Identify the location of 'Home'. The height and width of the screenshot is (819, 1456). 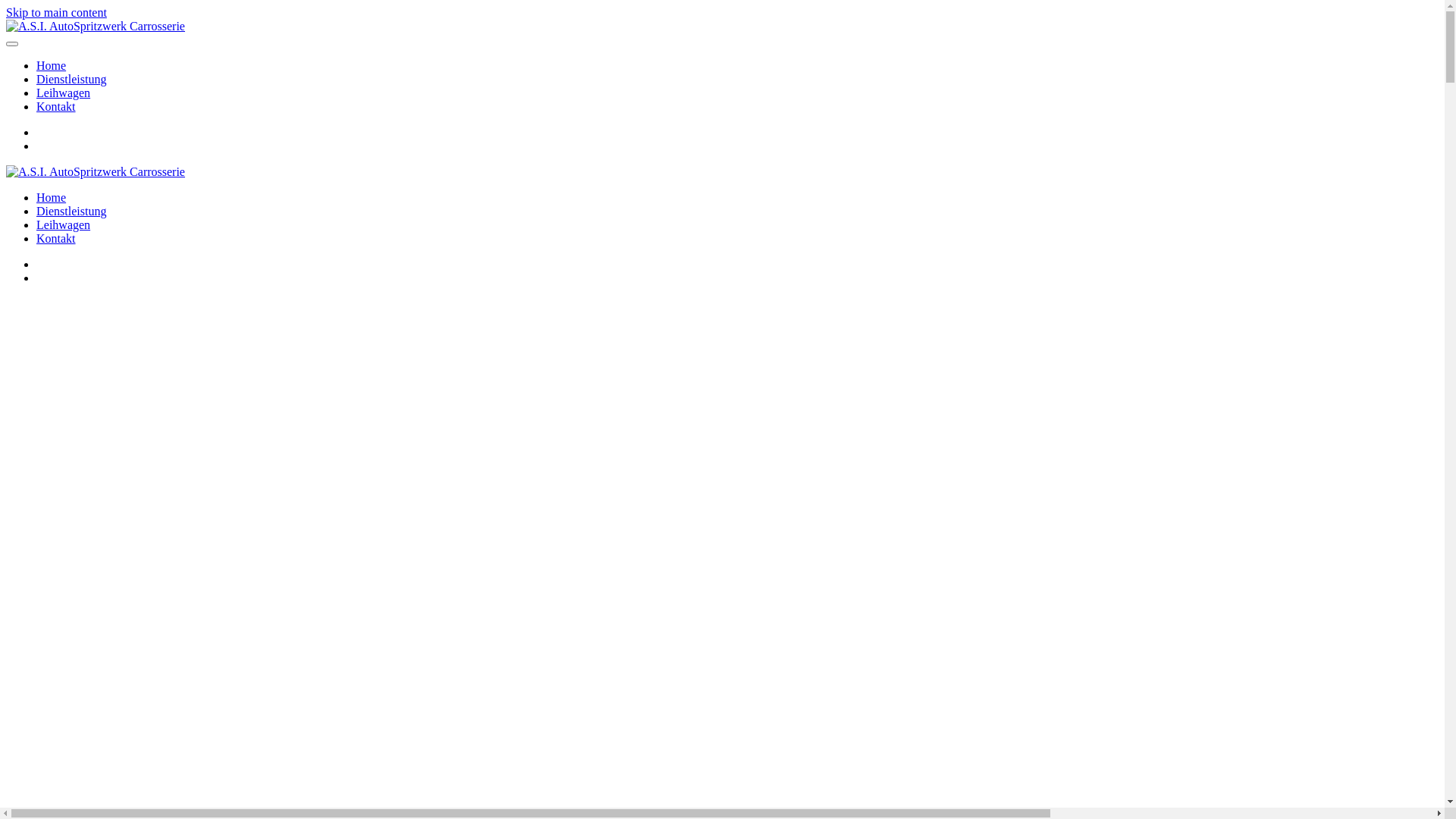
(36, 196).